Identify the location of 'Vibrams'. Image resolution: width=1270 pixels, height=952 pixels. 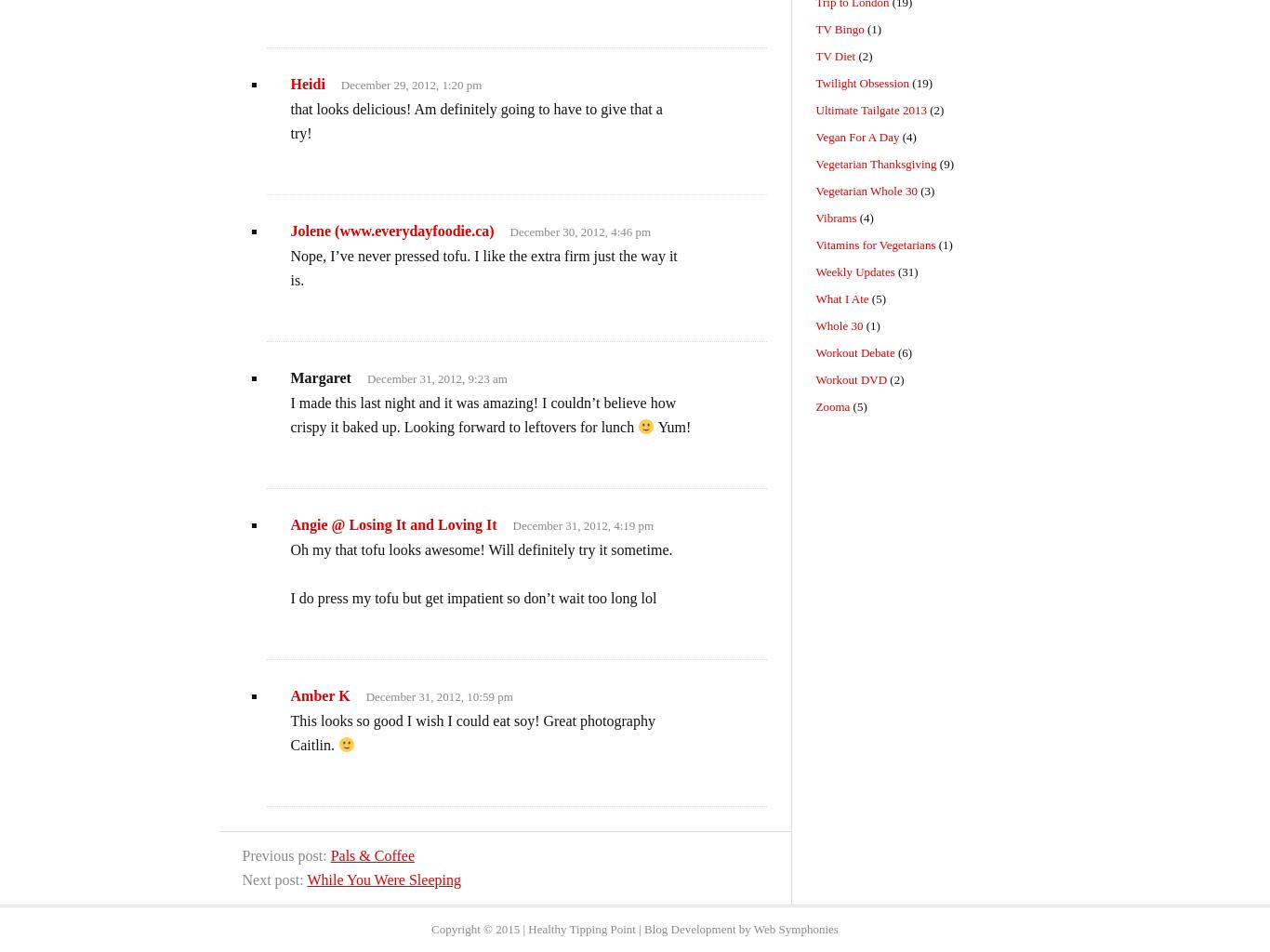
(834, 217).